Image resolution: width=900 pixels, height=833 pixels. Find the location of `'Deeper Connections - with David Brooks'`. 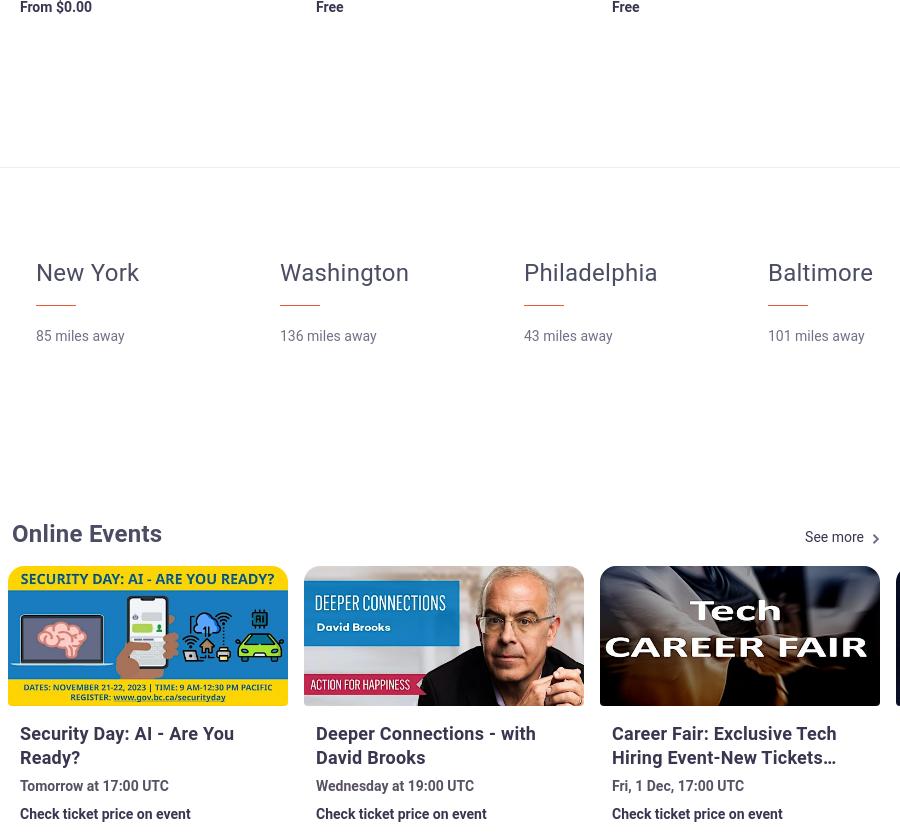

'Deeper Connections - with David Brooks' is located at coordinates (314, 745).